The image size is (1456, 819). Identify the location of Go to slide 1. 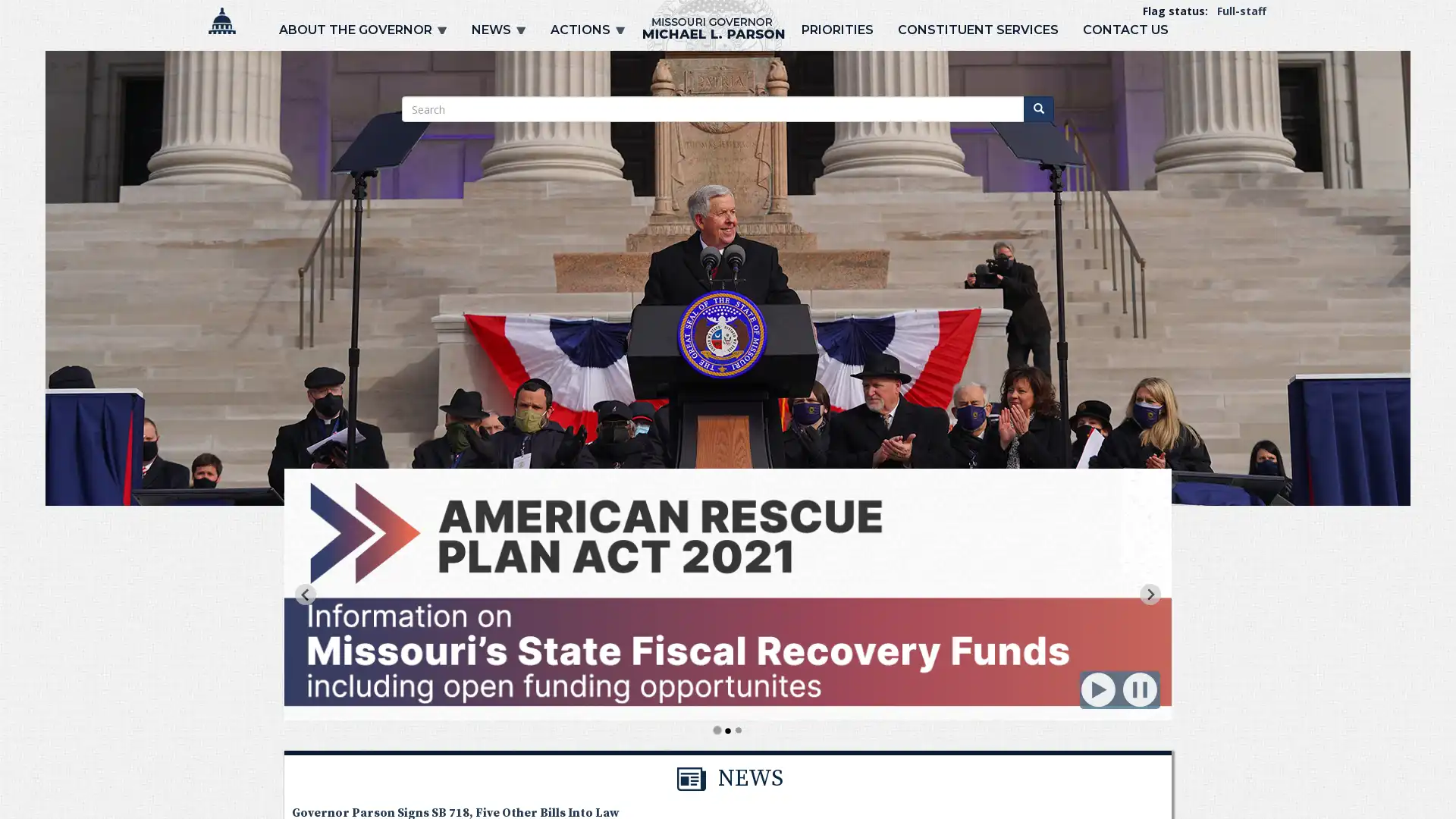
(716, 730).